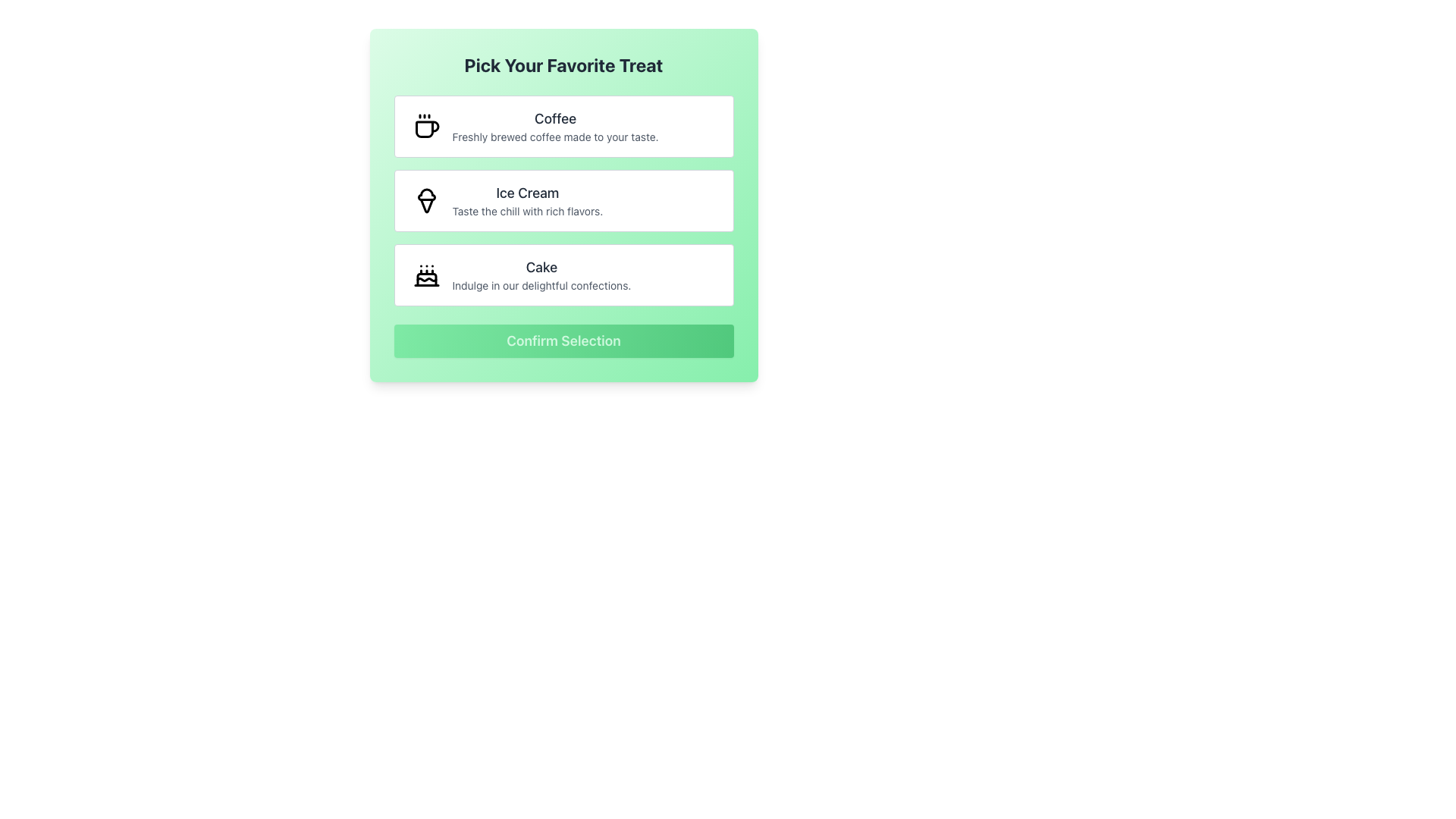  I want to click on the Text label indicating the selection item for freshly brewed coffee, located at the top of the page above its description, so click(554, 118).